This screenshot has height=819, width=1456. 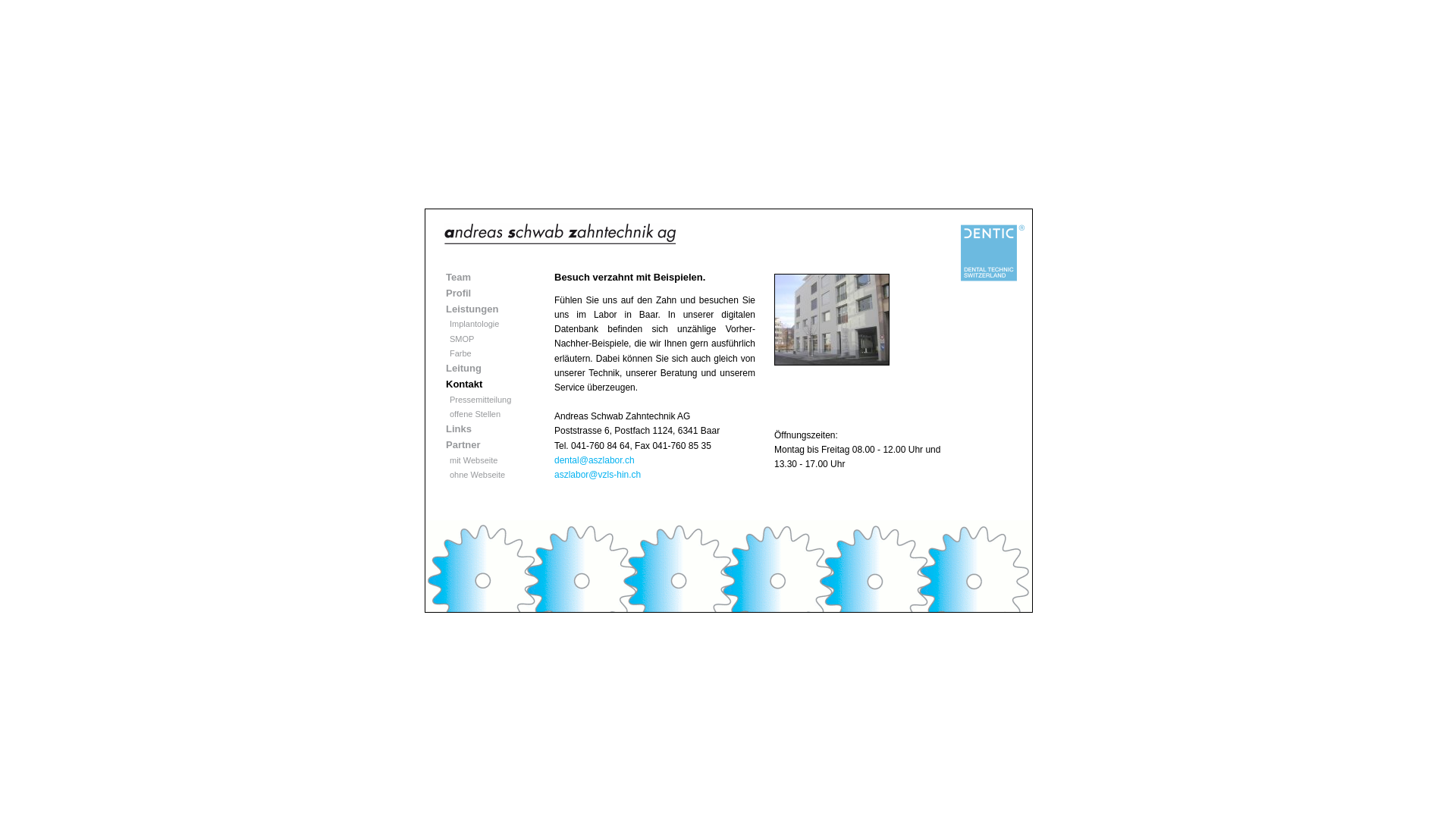 I want to click on 'SMOP', so click(x=461, y=338).